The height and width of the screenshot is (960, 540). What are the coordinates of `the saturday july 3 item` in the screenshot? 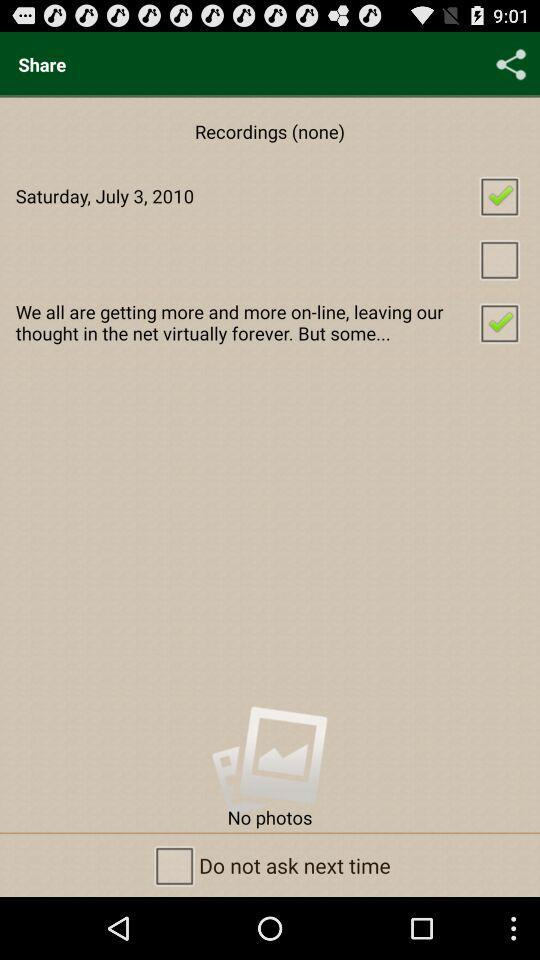 It's located at (270, 195).